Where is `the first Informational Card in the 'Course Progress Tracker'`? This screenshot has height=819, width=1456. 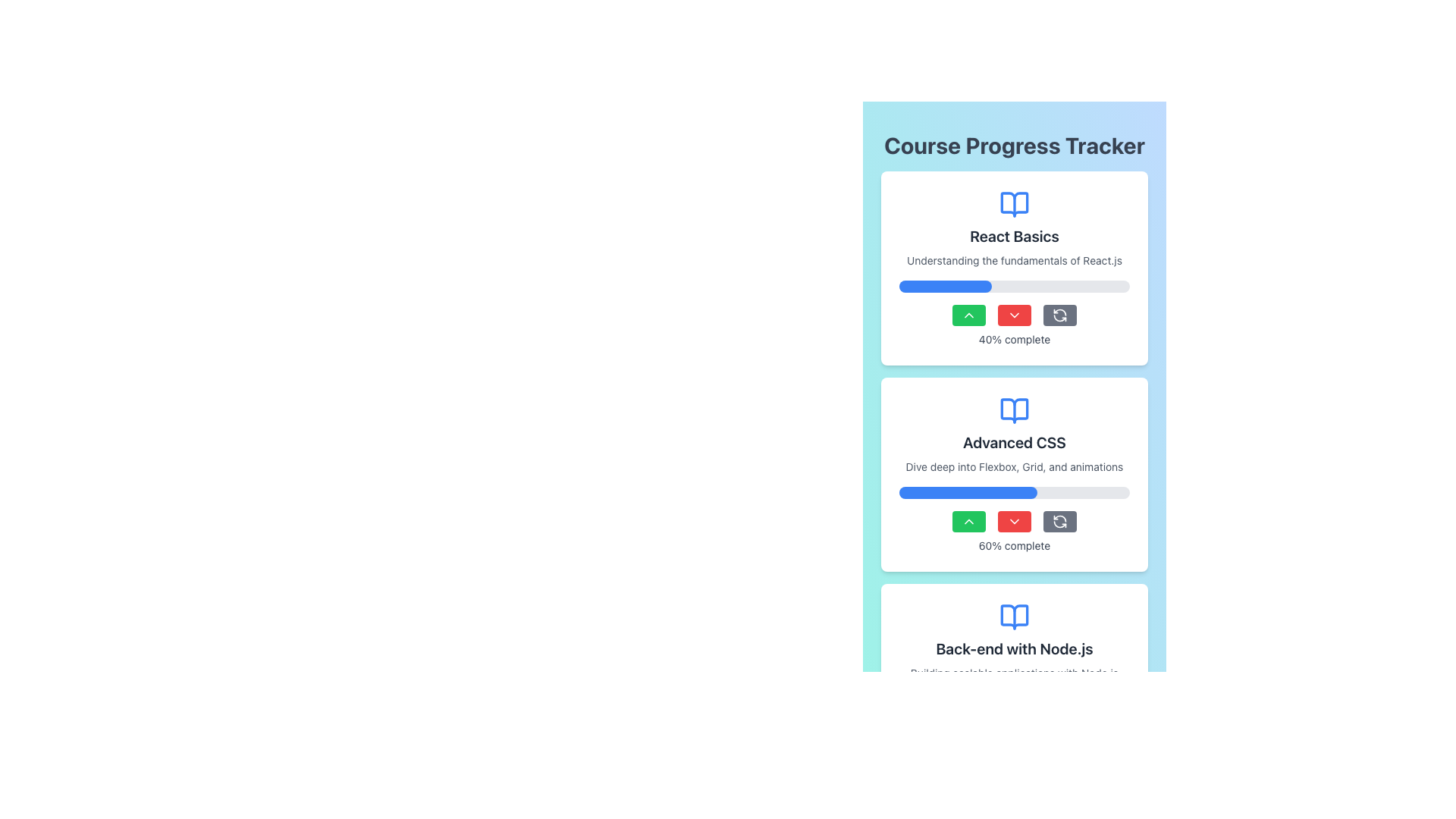
the first Informational Card in the 'Course Progress Tracker' is located at coordinates (1015, 268).